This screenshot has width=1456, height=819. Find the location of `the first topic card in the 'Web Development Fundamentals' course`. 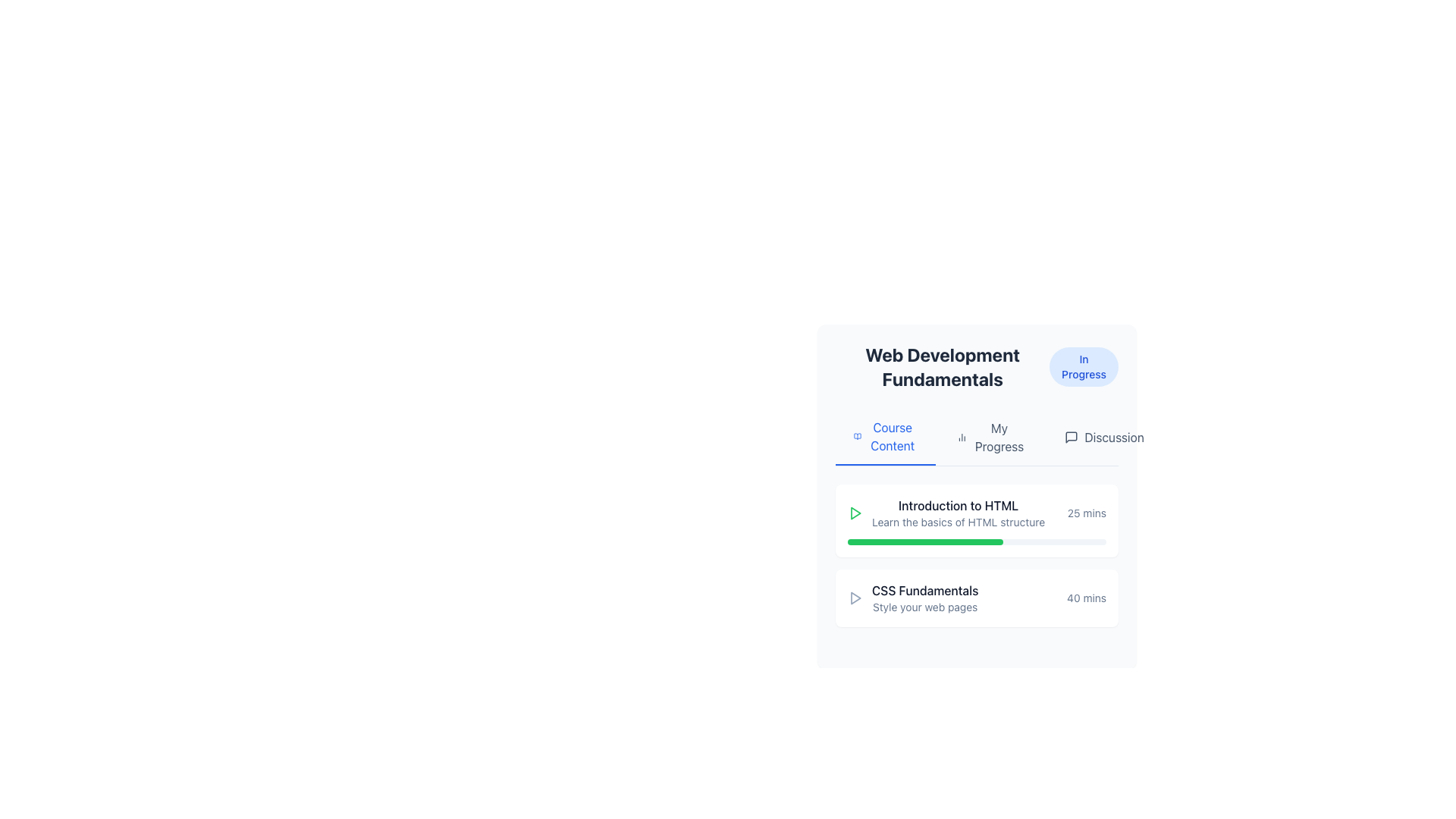

the first topic card in the 'Web Development Fundamentals' course is located at coordinates (977, 497).